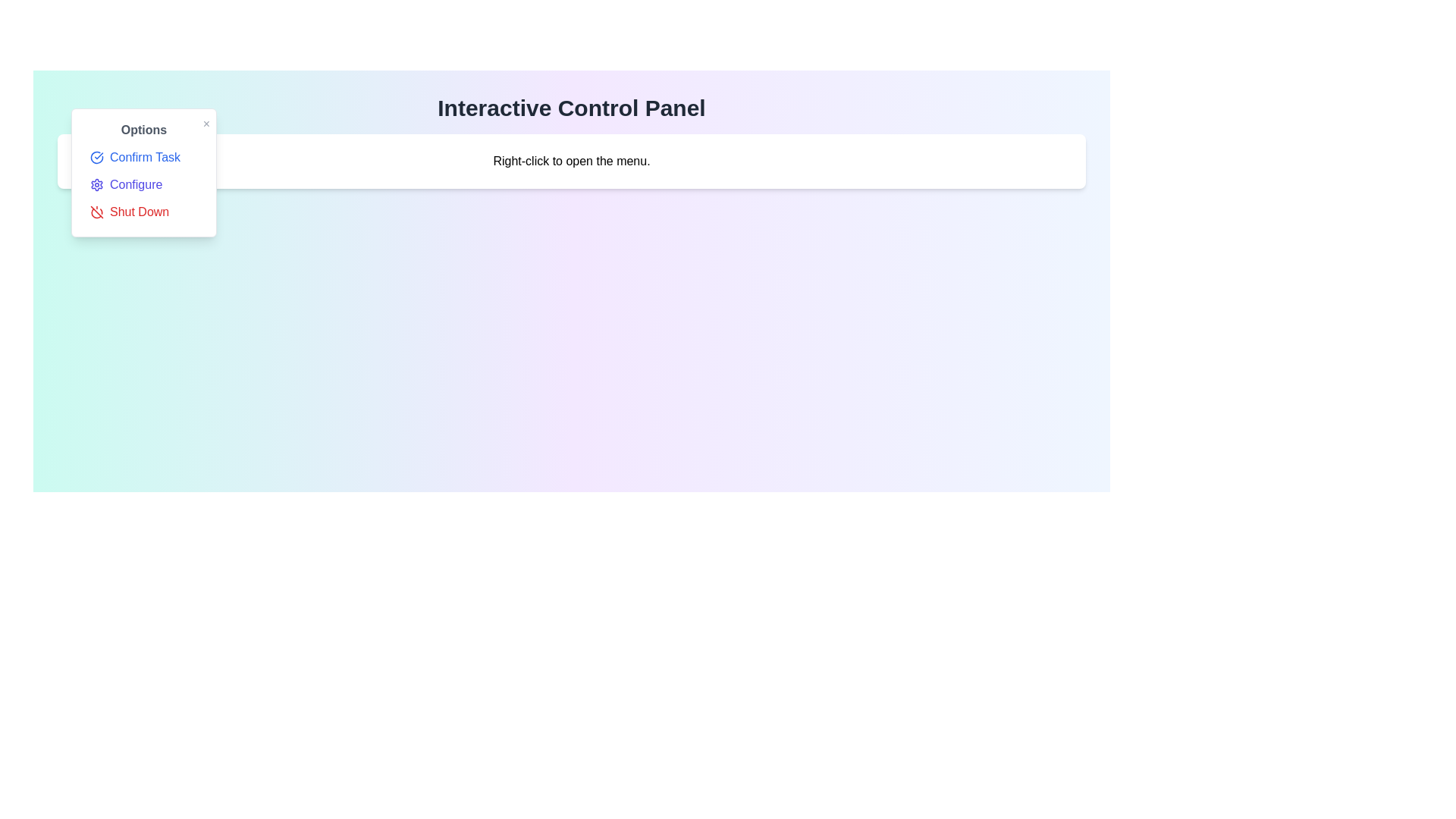  Describe the element at coordinates (144, 212) in the screenshot. I see `the 'Shut Down' option in the menu` at that location.